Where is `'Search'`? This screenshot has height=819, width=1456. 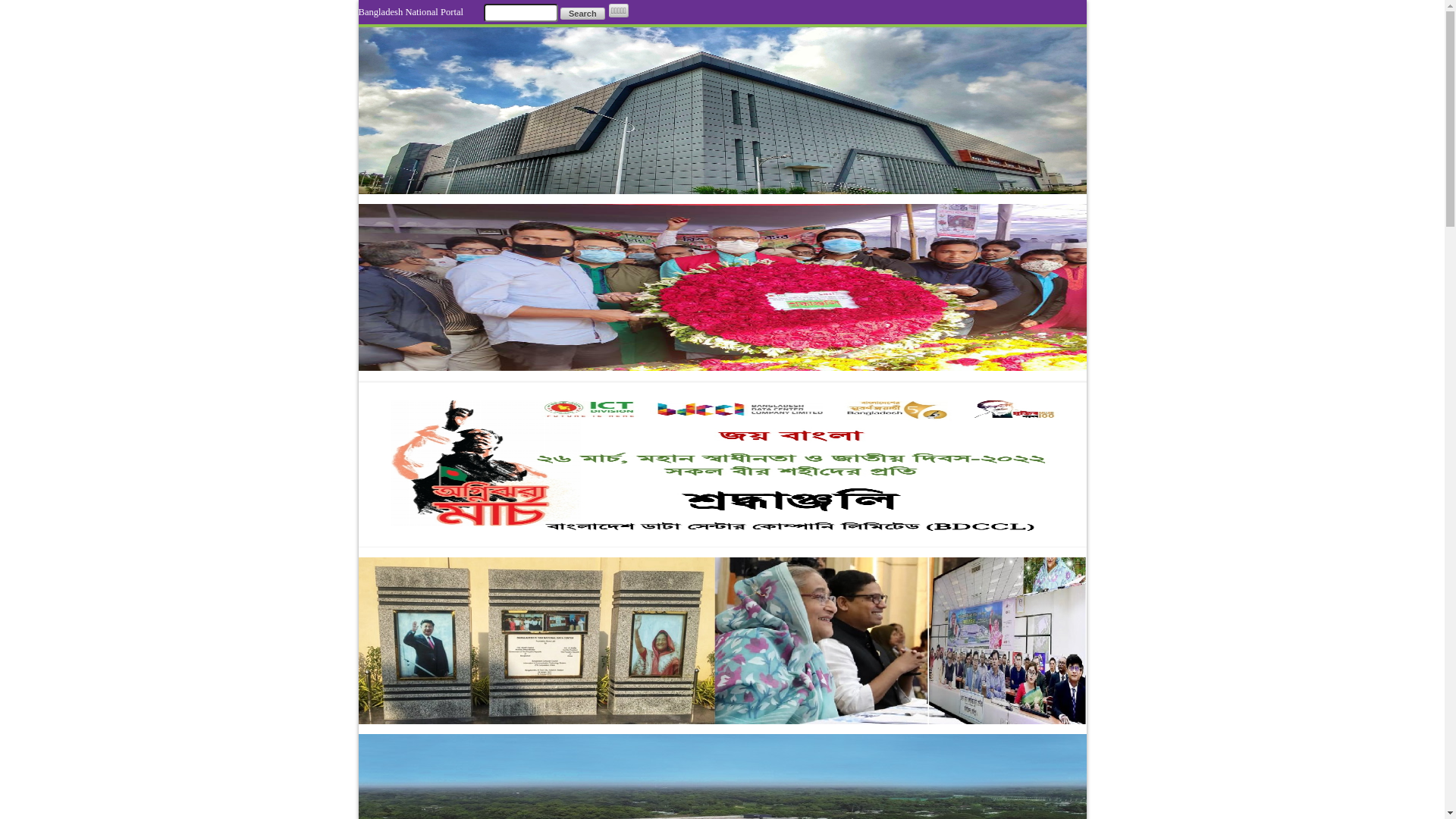
'Search' is located at coordinates (582, 14).